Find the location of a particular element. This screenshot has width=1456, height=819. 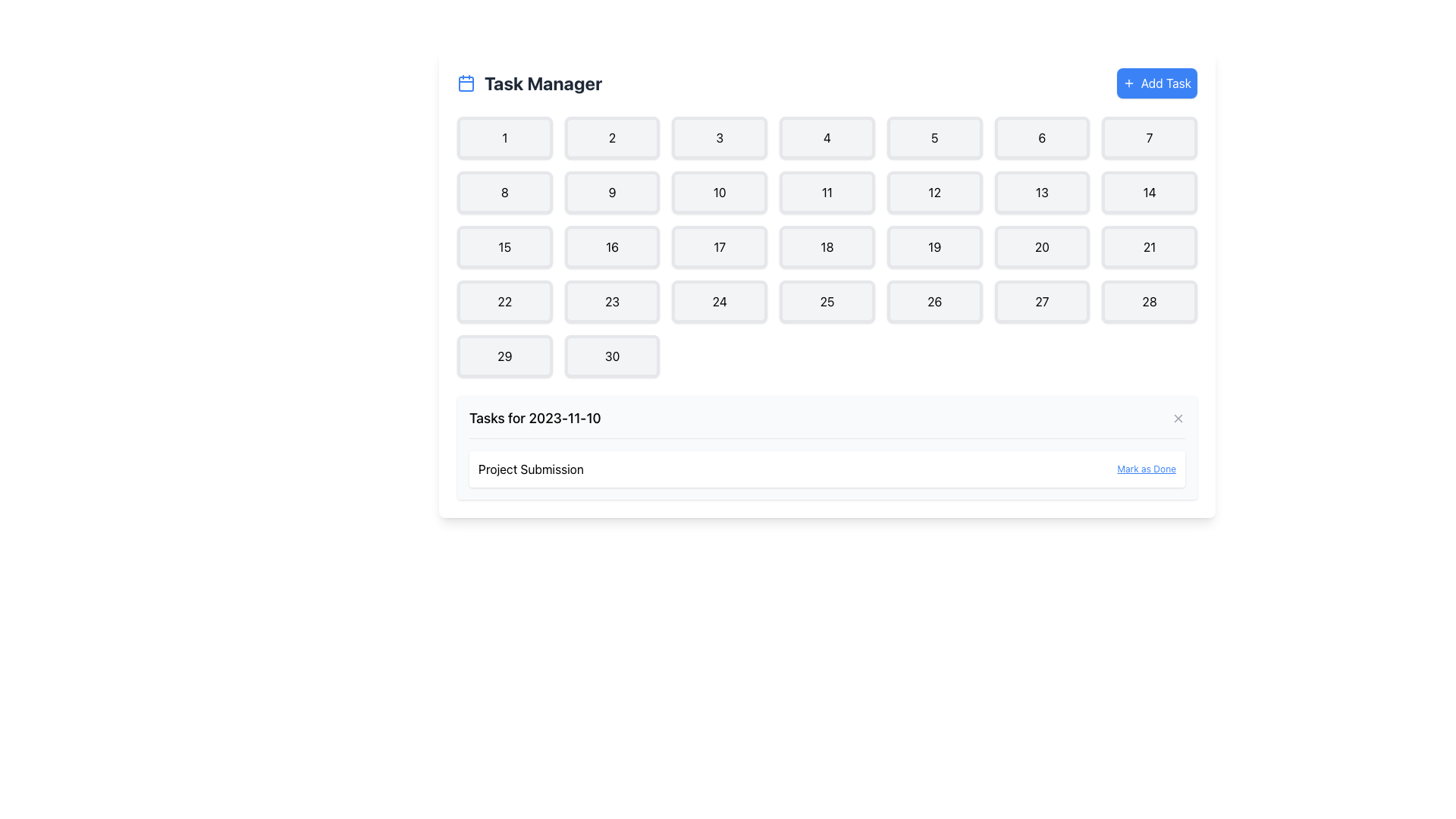

the button labeled '1' with a light gray background and rounded corners is located at coordinates (504, 137).